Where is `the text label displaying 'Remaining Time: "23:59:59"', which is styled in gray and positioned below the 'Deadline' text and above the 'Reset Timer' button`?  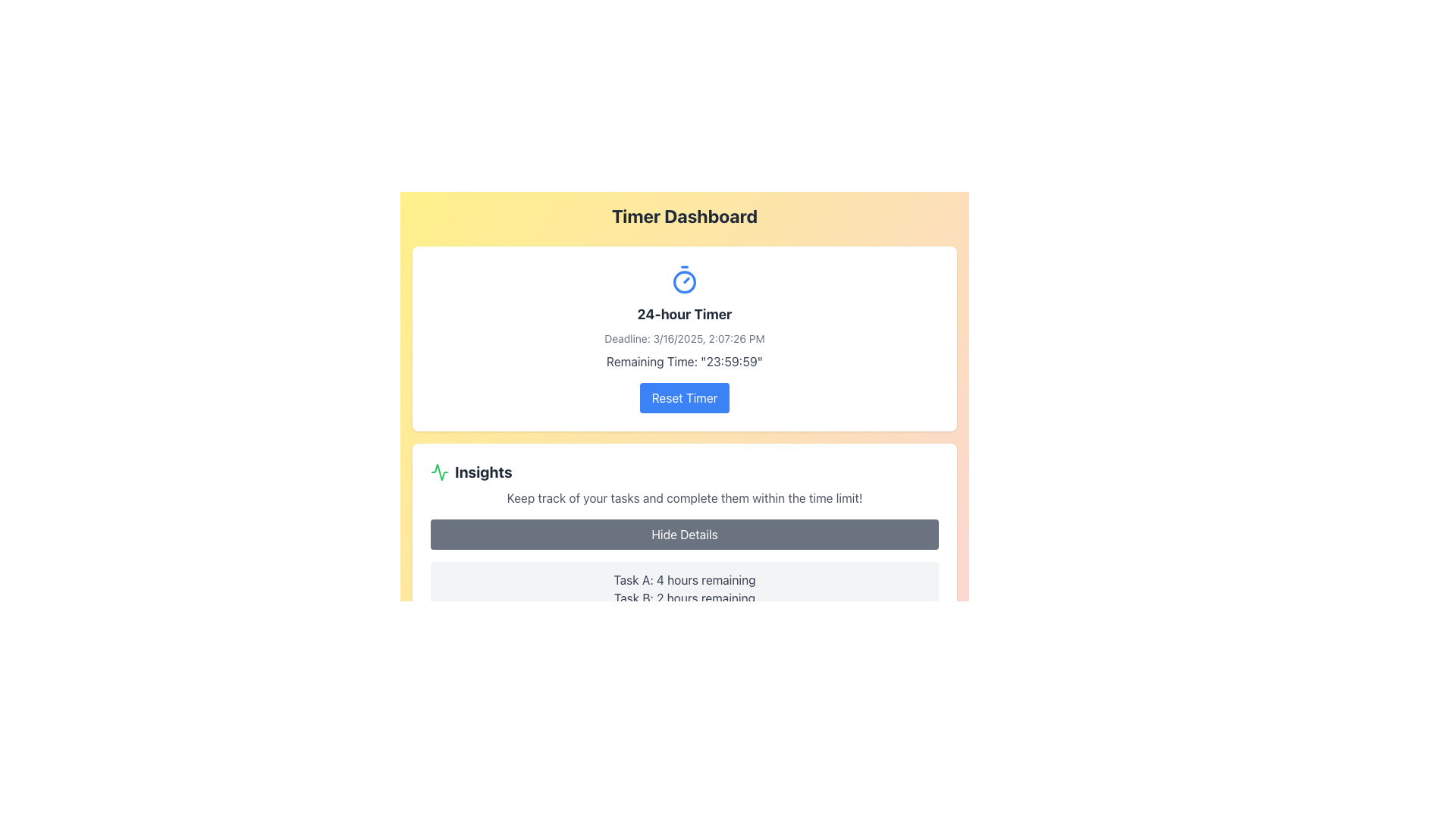 the text label displaying 'Remaining Time: "23:59:59"', which is styled in gray and positioned below the 'Deadline' text and above the 'Reset Timer' button is located at coordinates (683, 362).